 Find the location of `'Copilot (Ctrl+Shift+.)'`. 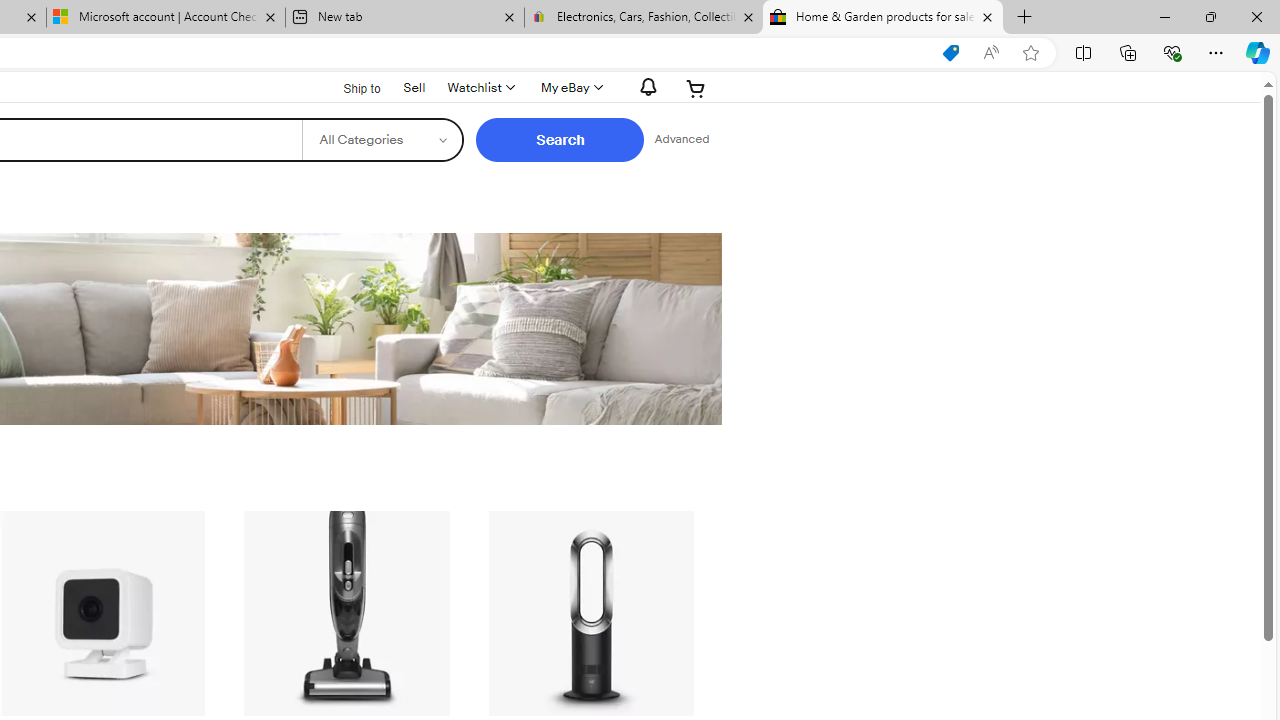

'Copilot (Ctrl+Shift+.)' is located at coordinates (1257, 51).